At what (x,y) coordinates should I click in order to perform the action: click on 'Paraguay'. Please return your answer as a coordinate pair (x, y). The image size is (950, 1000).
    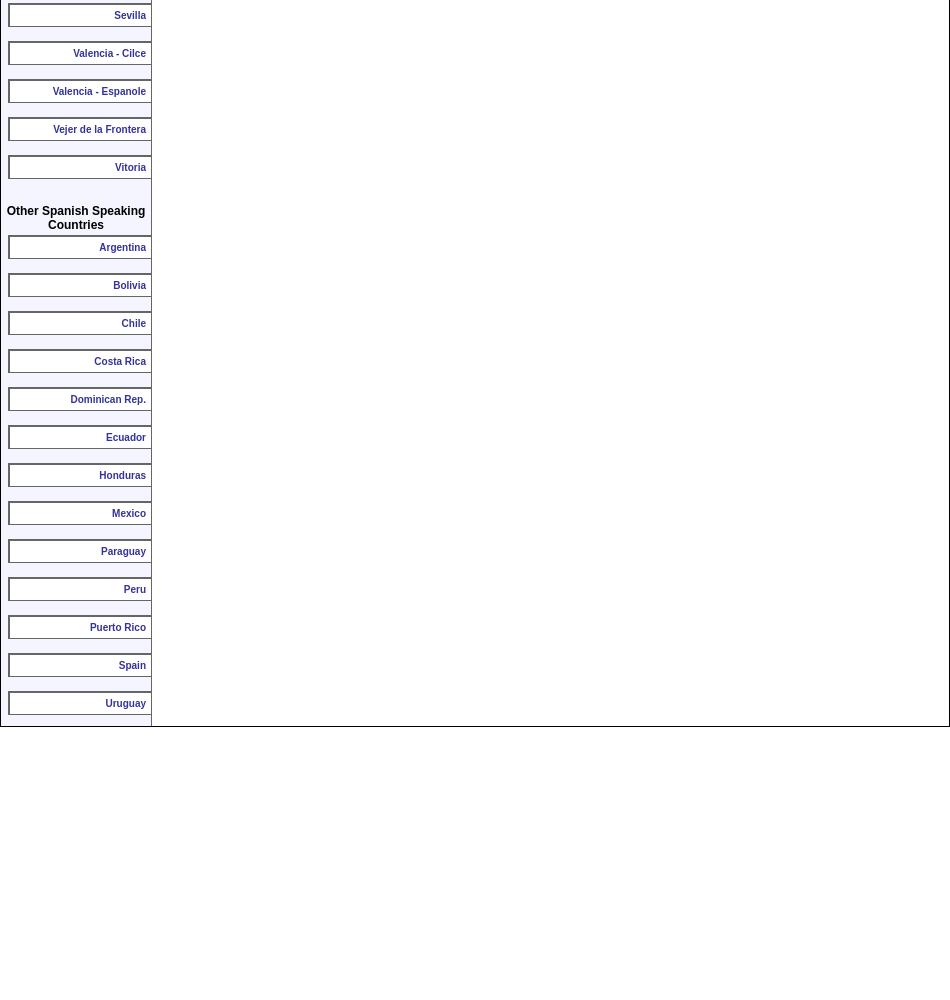
    Looking at the image, I should click on (123, 551).